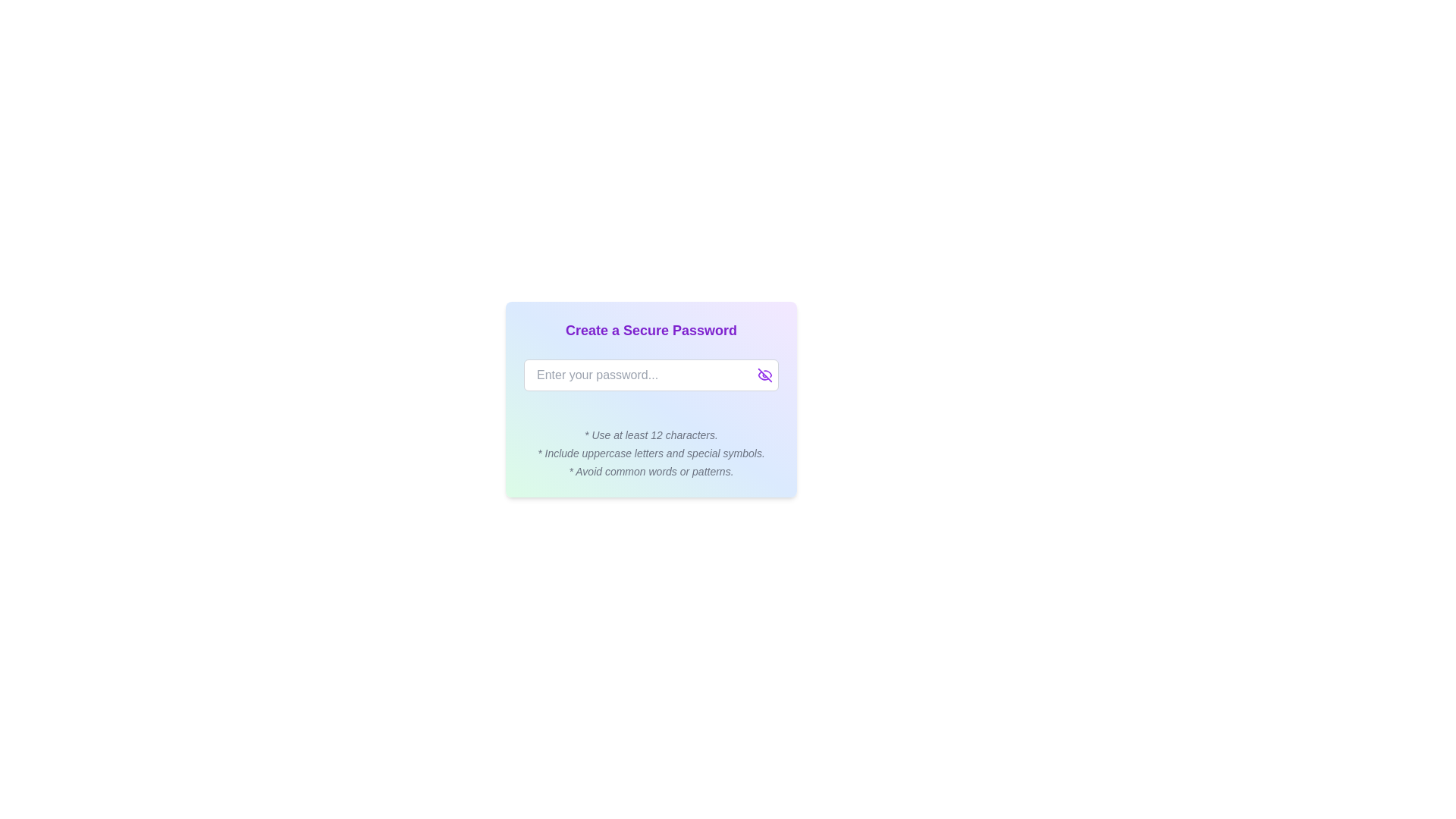 This screenshot has width=1456, height=819. I want to click on the text label that states '* Use at least 12 characters.' which is styled in italicized, gray, small font and located below the password input field, so click(651, 435).